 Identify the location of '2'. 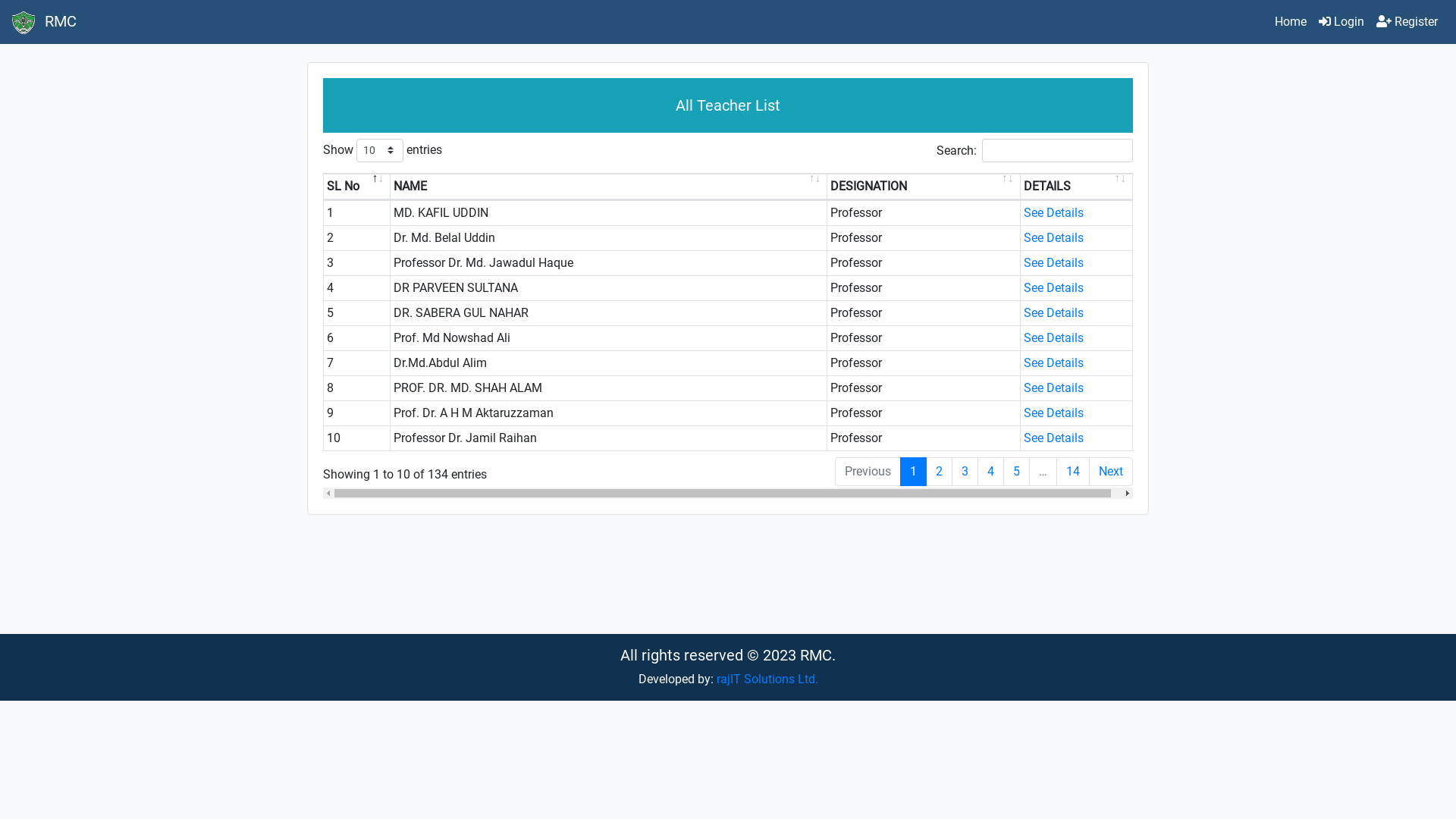
(924, 470).